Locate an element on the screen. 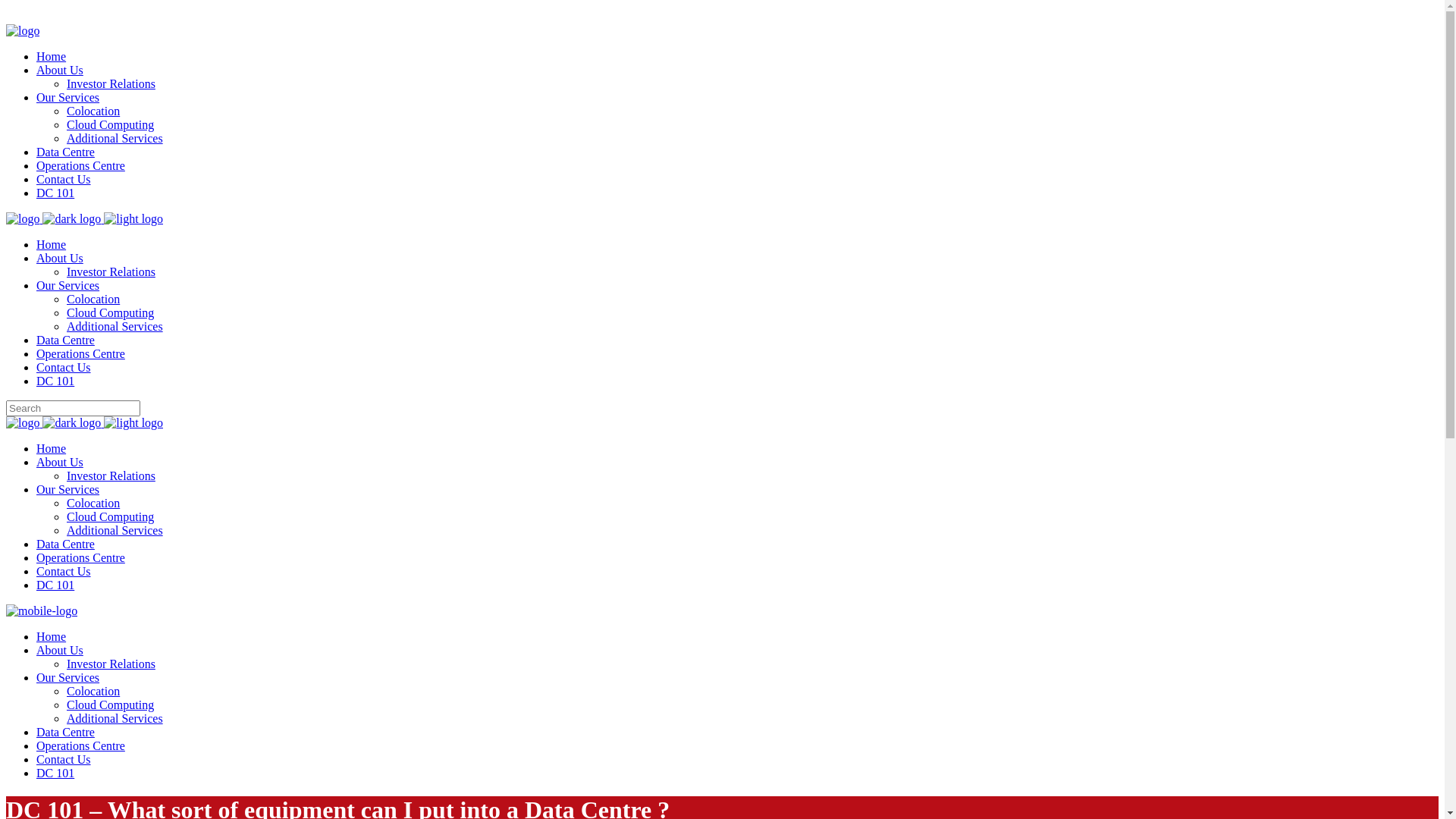 The image size is (1456, 819). 'Additional Services' is located at coordinates (65, 717).